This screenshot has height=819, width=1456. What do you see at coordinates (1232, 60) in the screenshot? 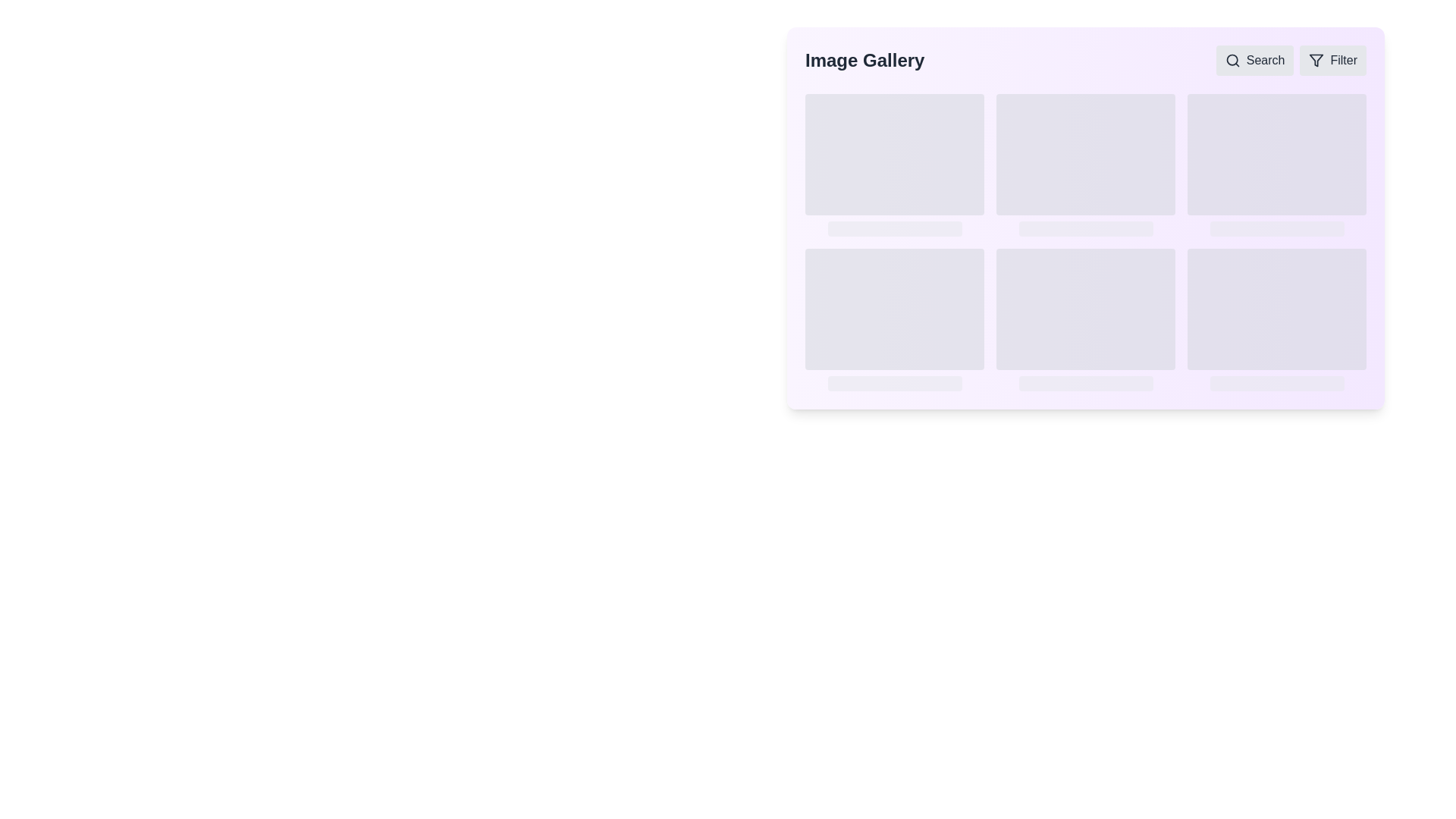
I see `the search icon represented by a magnifying glass, which is styled with a gray hue and located within the 'Search' button in the top-right corner of the interface` at bounding box center [1232, 60].